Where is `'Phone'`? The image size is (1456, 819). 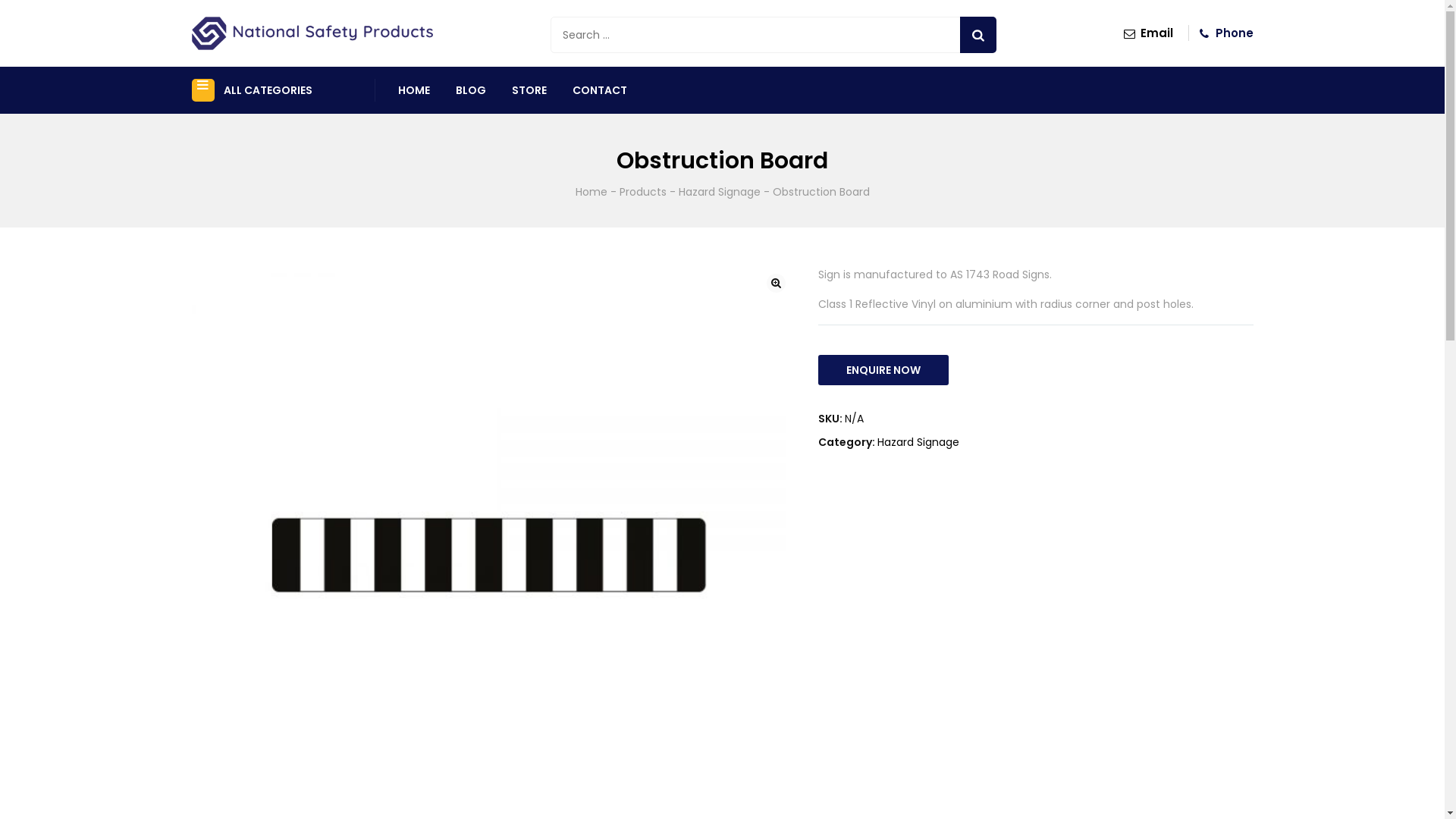 'Phone' is located at coordinates (1223, 33).